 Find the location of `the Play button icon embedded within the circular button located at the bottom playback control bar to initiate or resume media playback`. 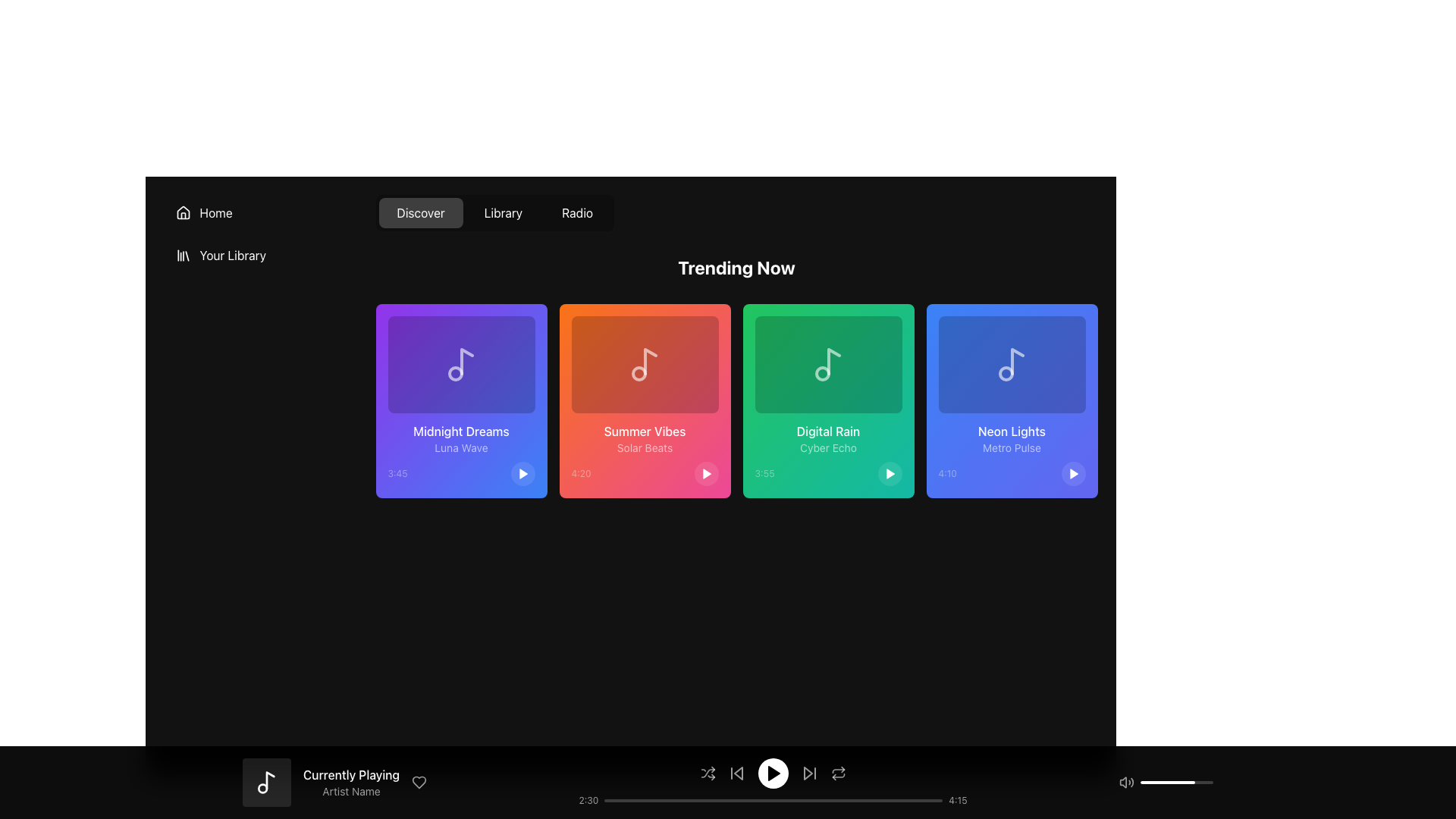

the Play button icon embedded within the circular button located at the bottom playback control bar to initiate or resume media playback is located at coordinates (773, 773).